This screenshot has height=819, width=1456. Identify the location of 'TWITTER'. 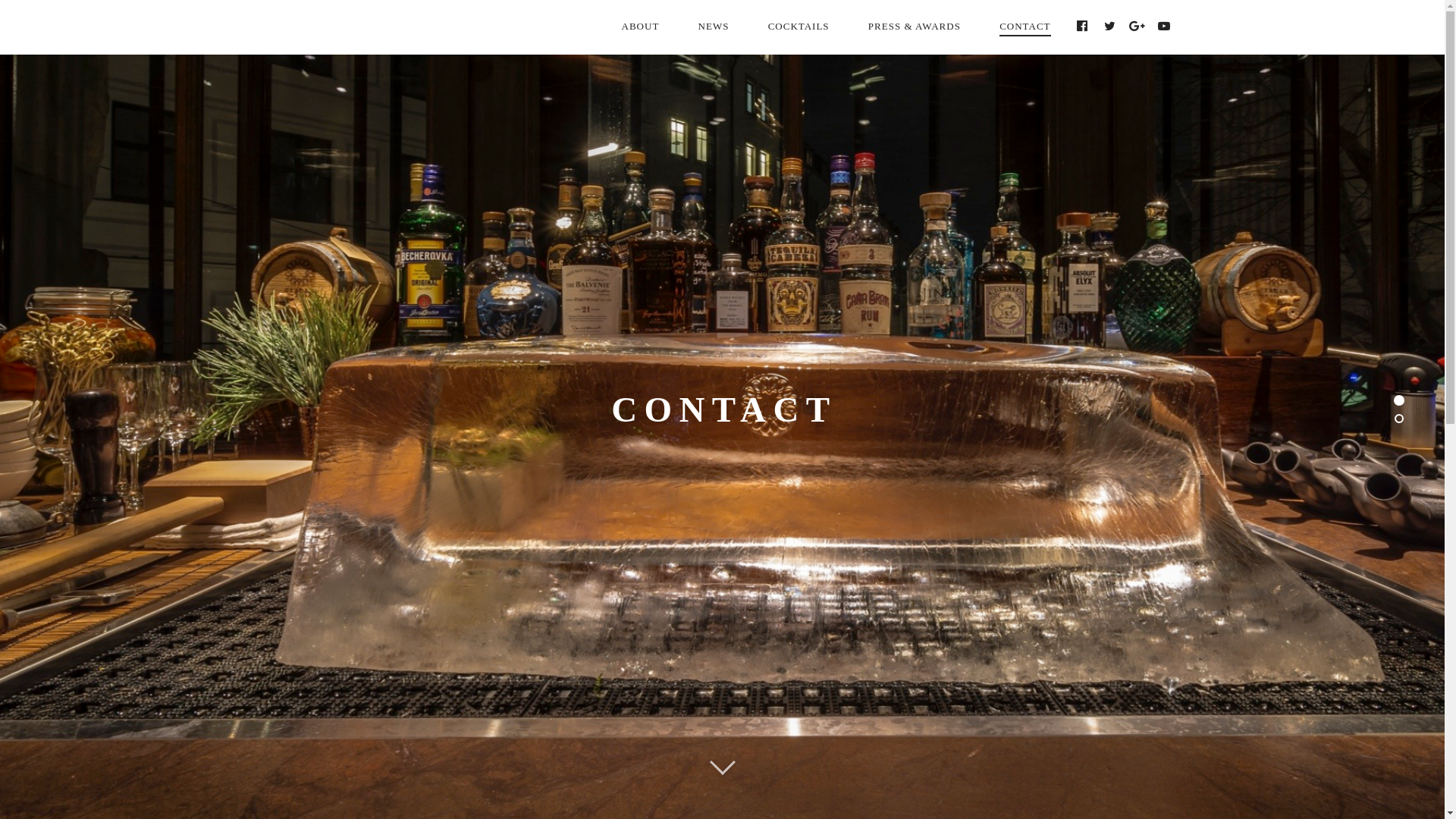
(1110, 26).